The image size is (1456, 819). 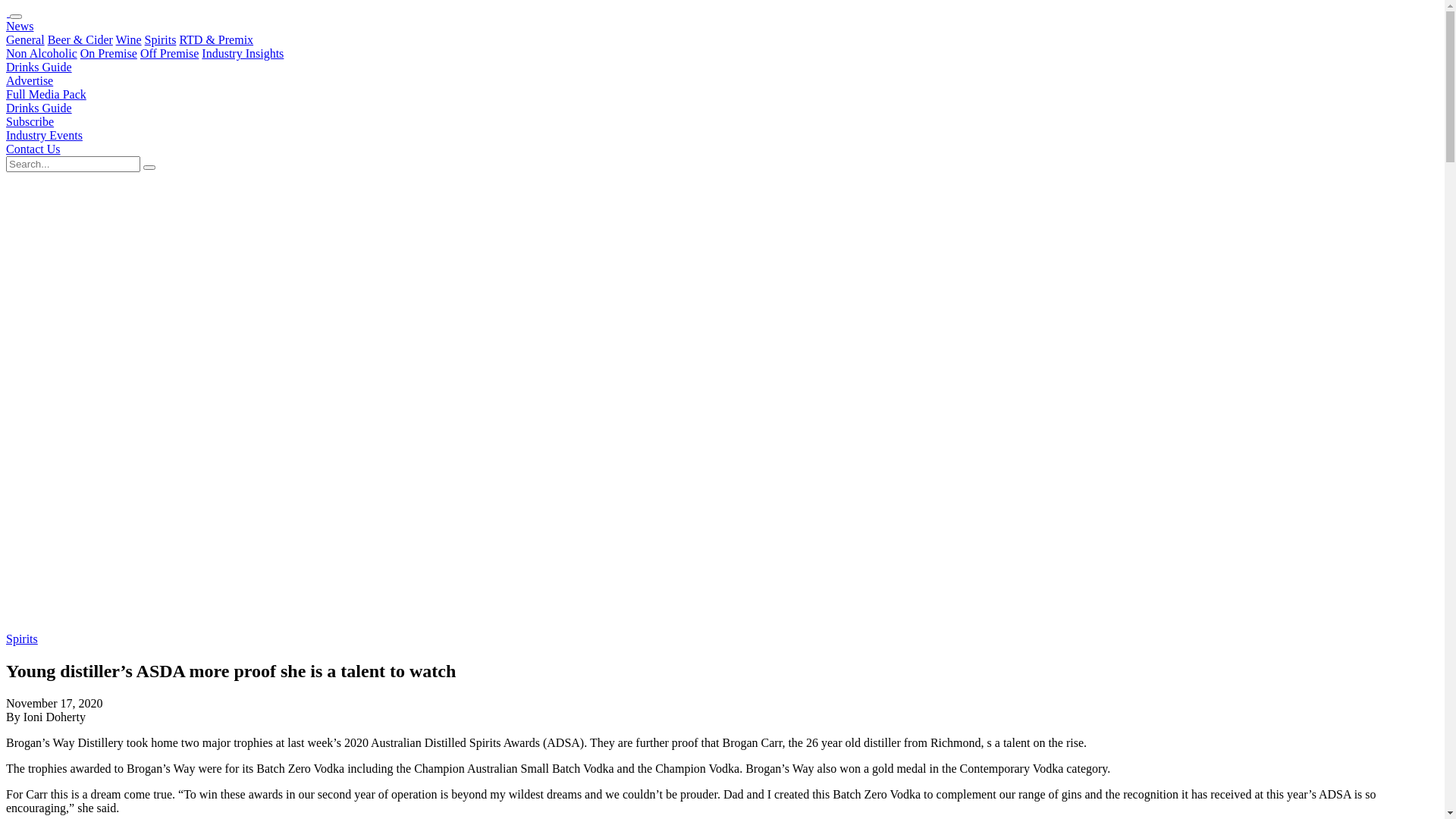 What do you see at coordinates (39, 66) in the screenshot?
I see `'Drinks Guide'` at bounding box center [39, 66].